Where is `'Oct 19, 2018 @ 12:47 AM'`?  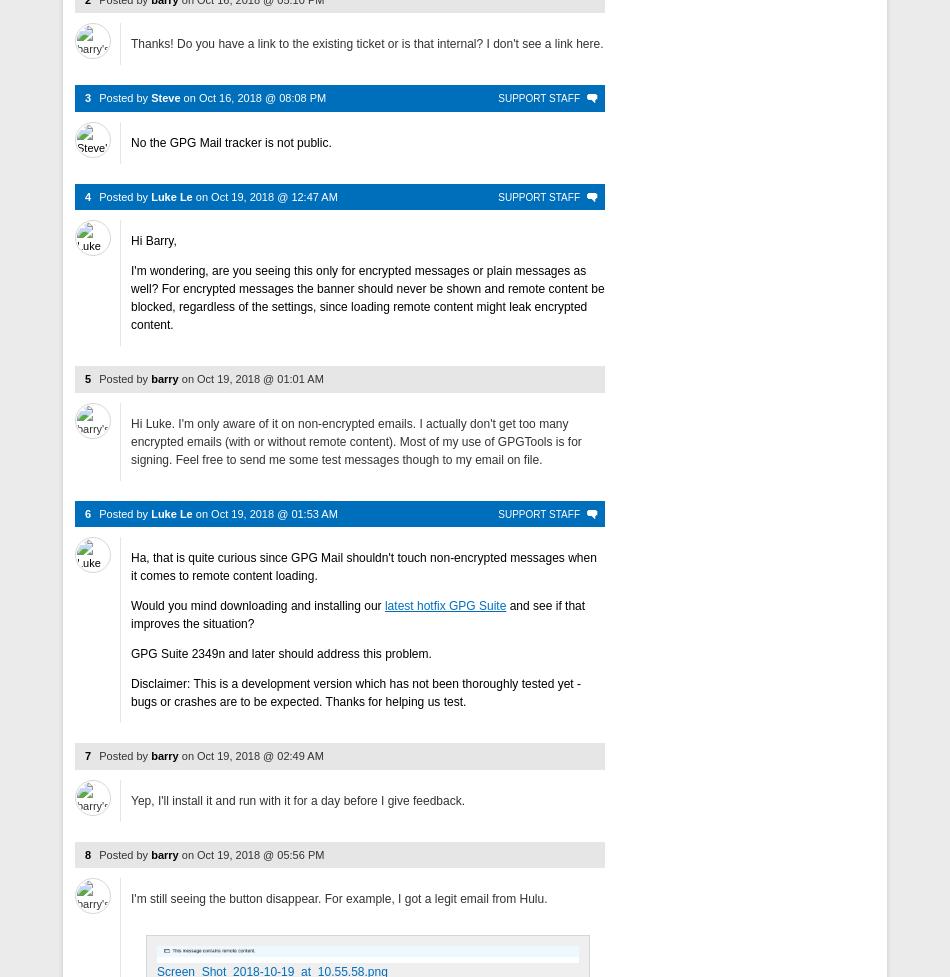
'Oct 19, 2018 @ 12:47 AM' is located at coordinates (272, 194).